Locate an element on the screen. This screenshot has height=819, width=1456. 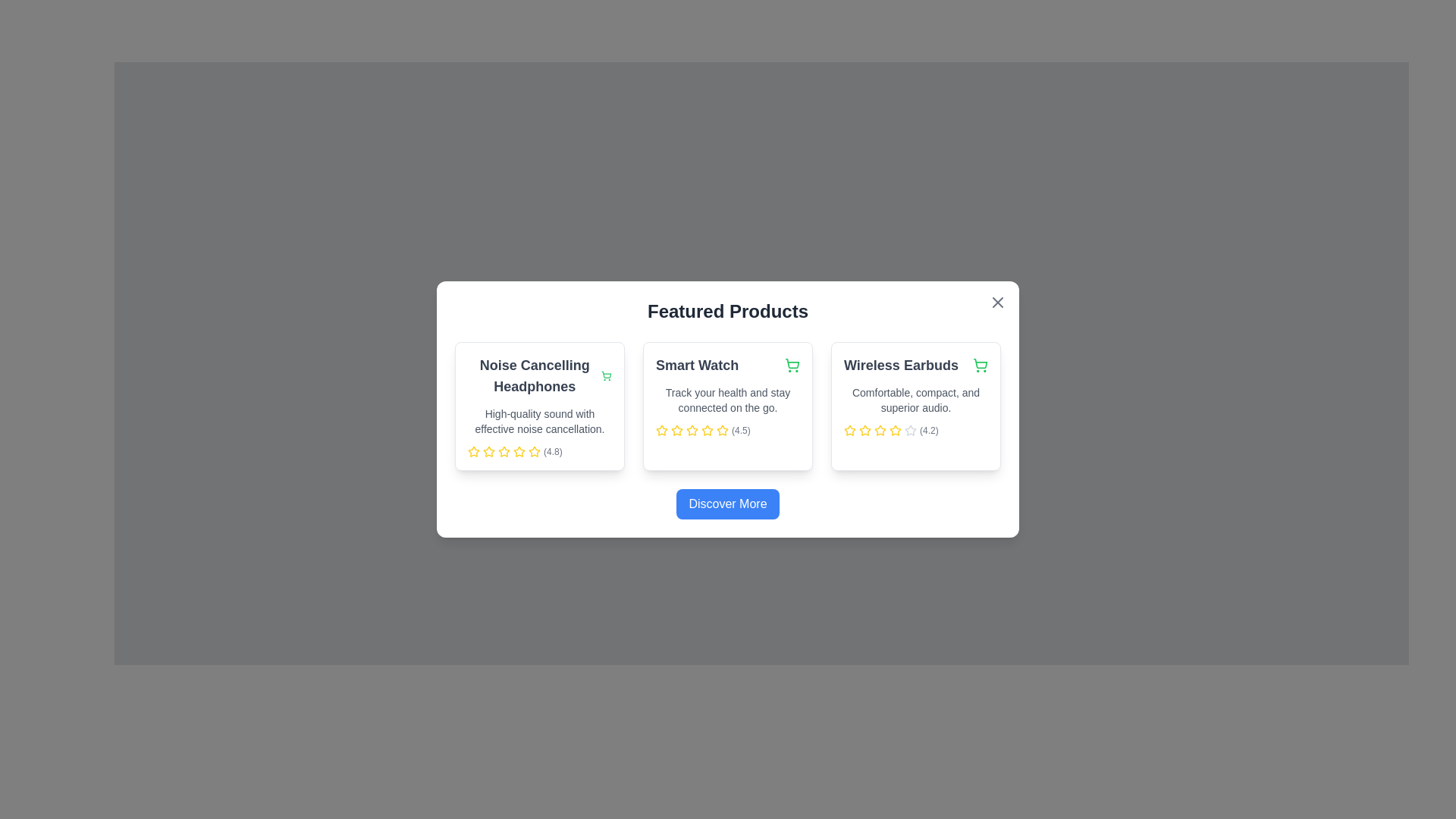
the yellow star-shaped icon representing the first rating in the rating system for the 'Wireless Earbuds' product card to interact with the rating is located at coordinates (864, 430).